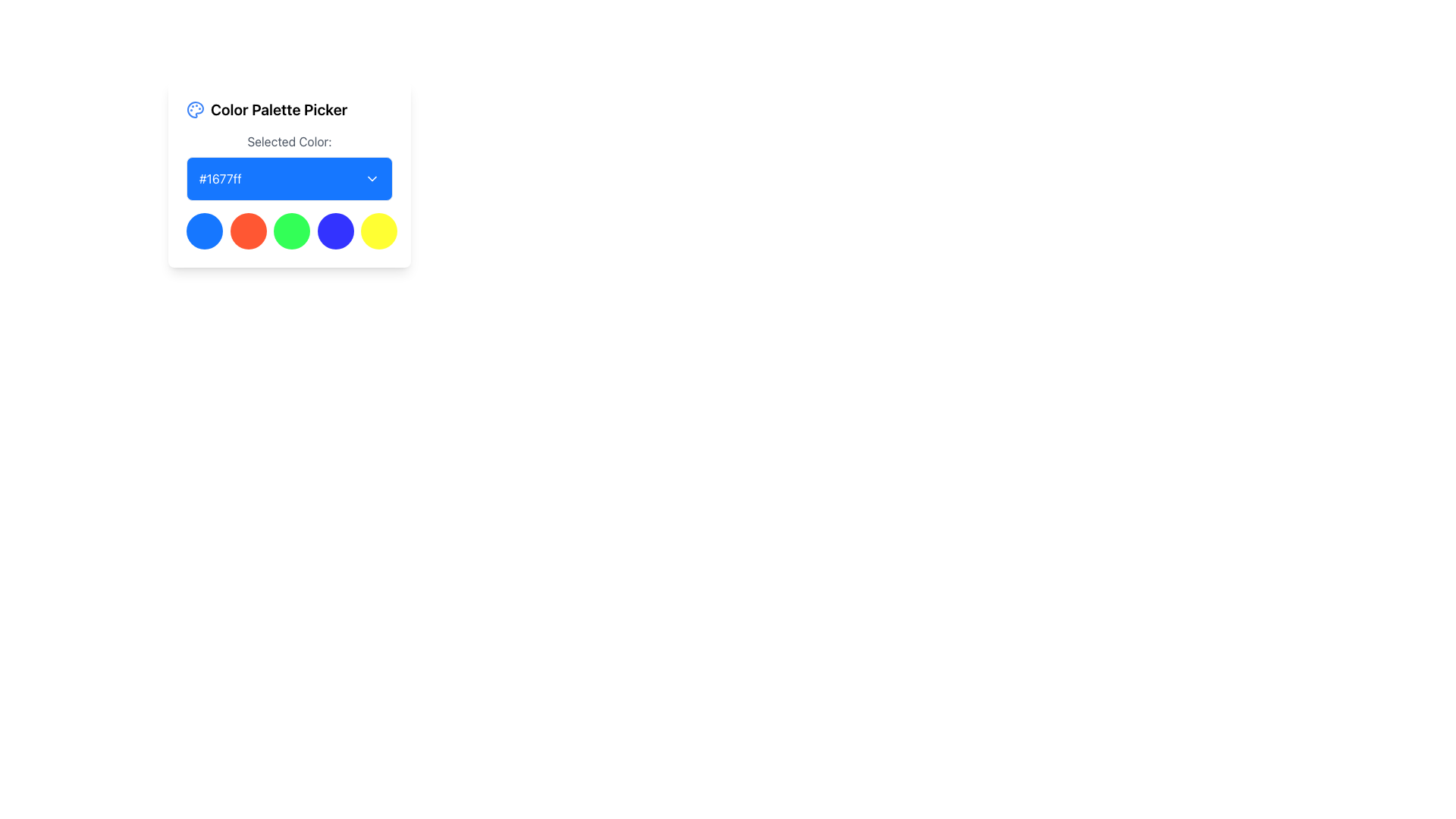  I want to click on the Text Label with Icon labeled 'Color Palette Picker' which features a blue palette icon to the left, located at the top of the section inside the card-like component, so click(290, 109).